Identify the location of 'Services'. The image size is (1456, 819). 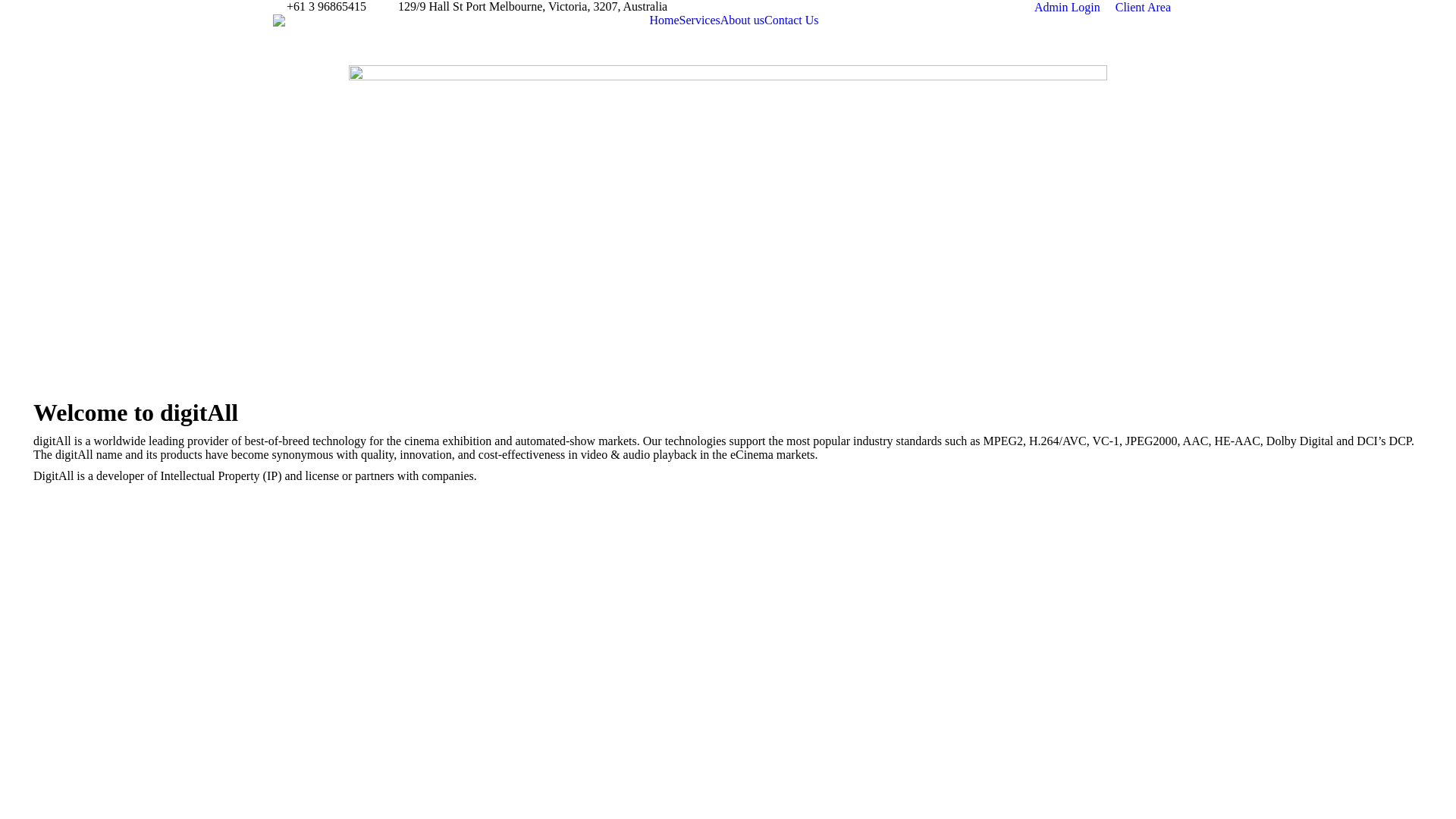
(698, 20).